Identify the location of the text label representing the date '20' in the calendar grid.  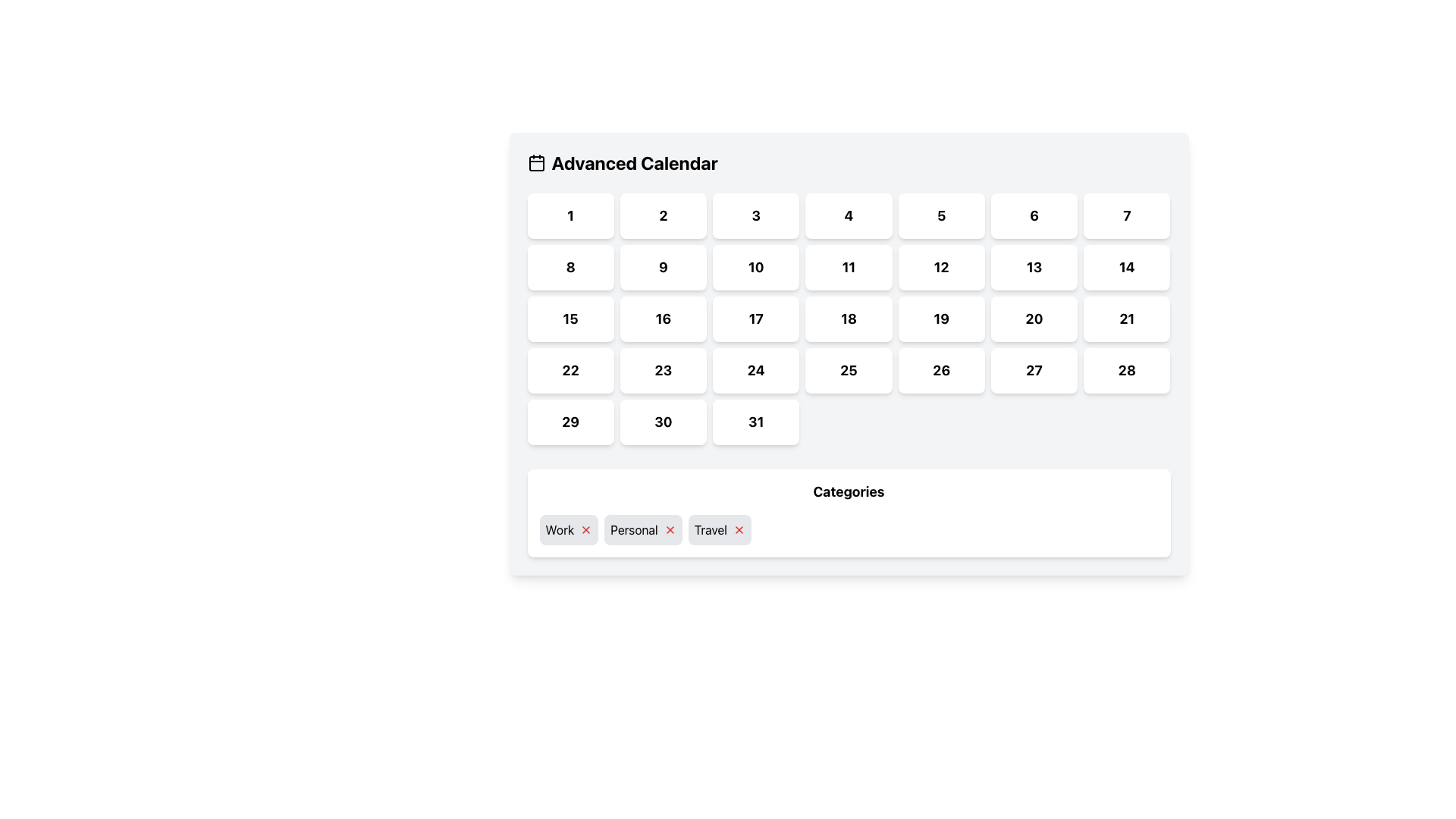
(1033, 318).